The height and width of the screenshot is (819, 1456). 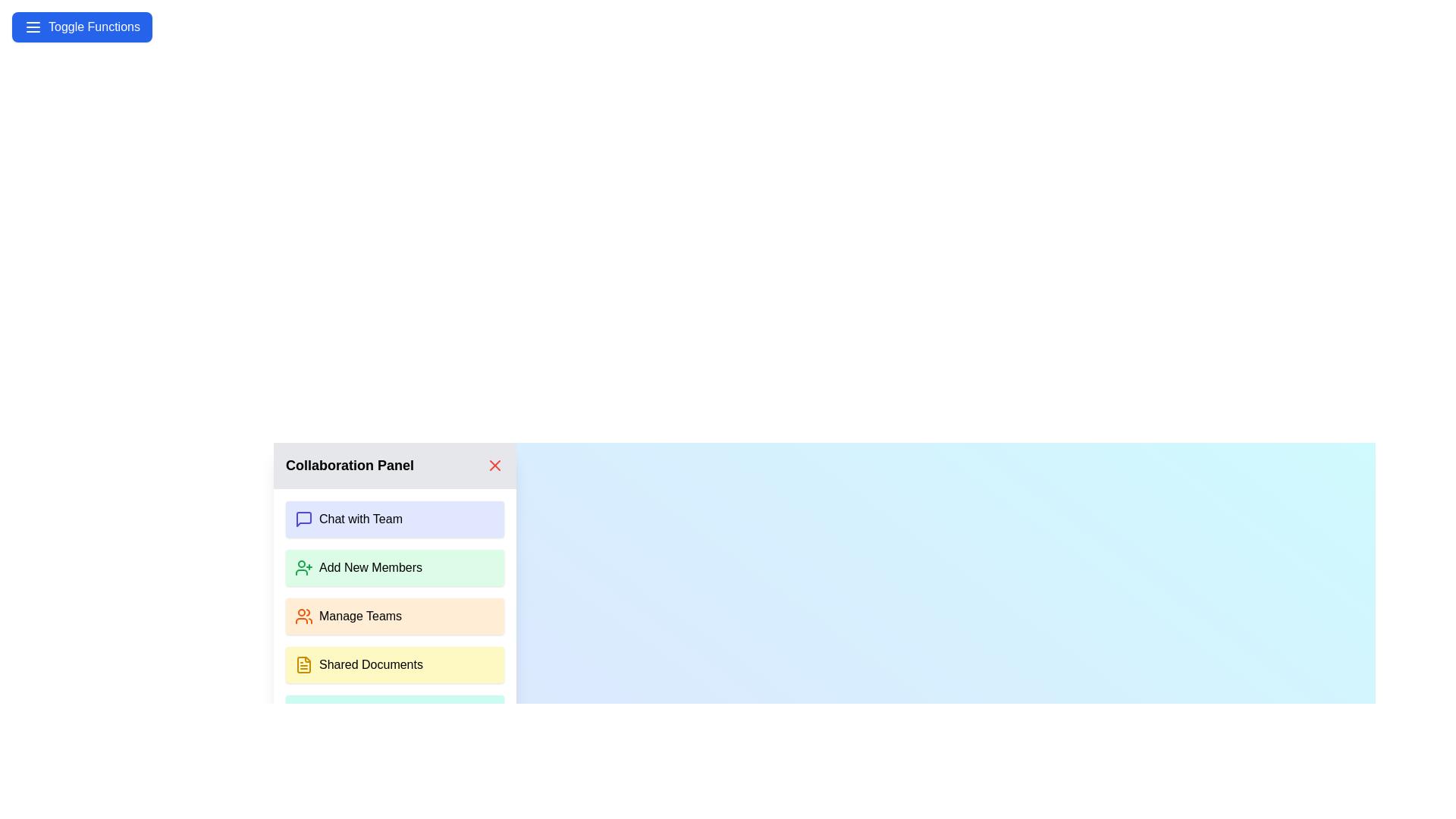 I want to click on the Labeled Navigation Button, which is the fourth item in a vertically stacked list of options, so click(x=395, y=664).